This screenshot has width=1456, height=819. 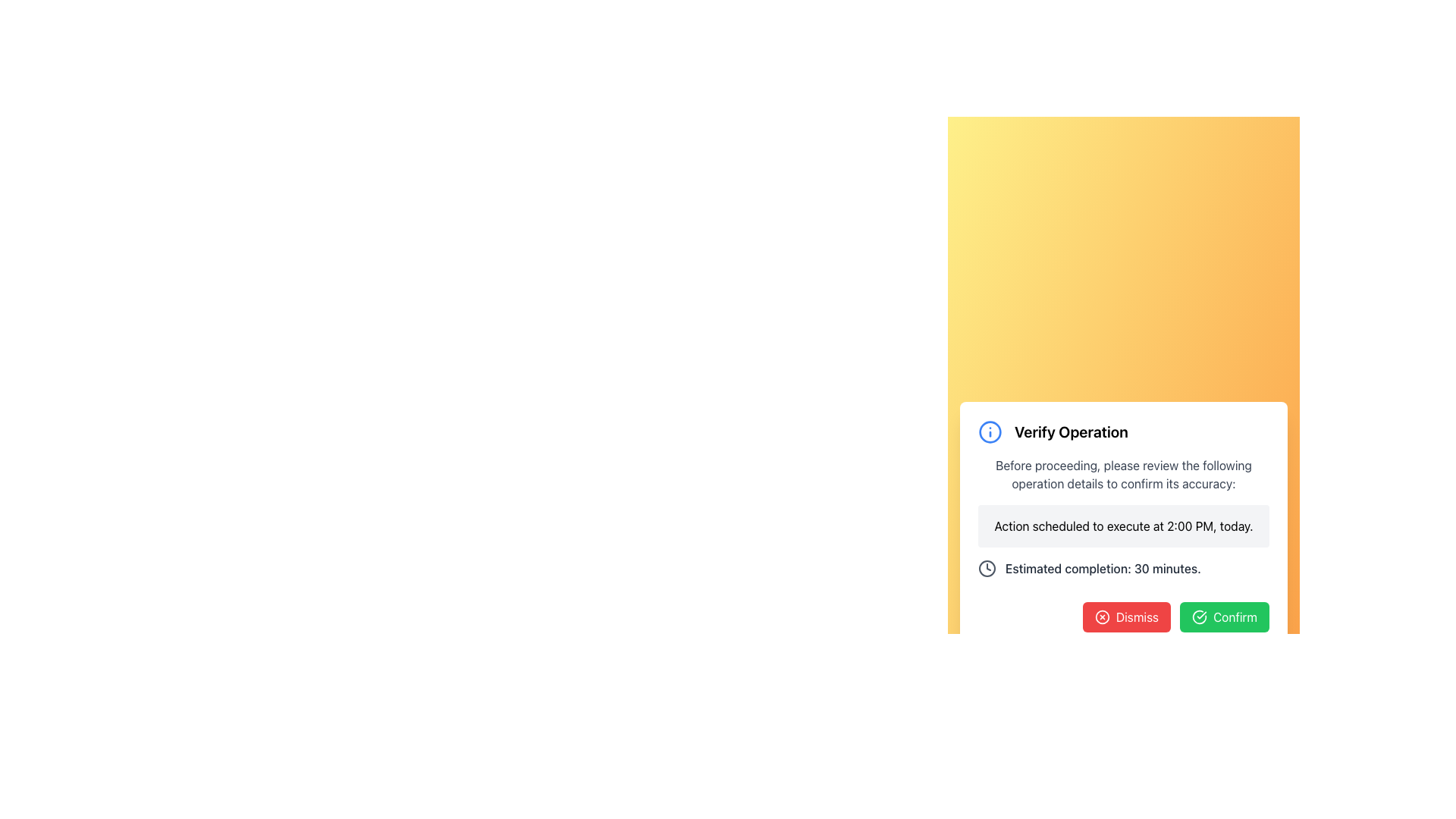 What do you see at coordinates (1102, 617) in the screenshot?
I see `the Decorative icon located at the leftmost part of the red 'Dismiss' button` at bounding box center [1102, 617].